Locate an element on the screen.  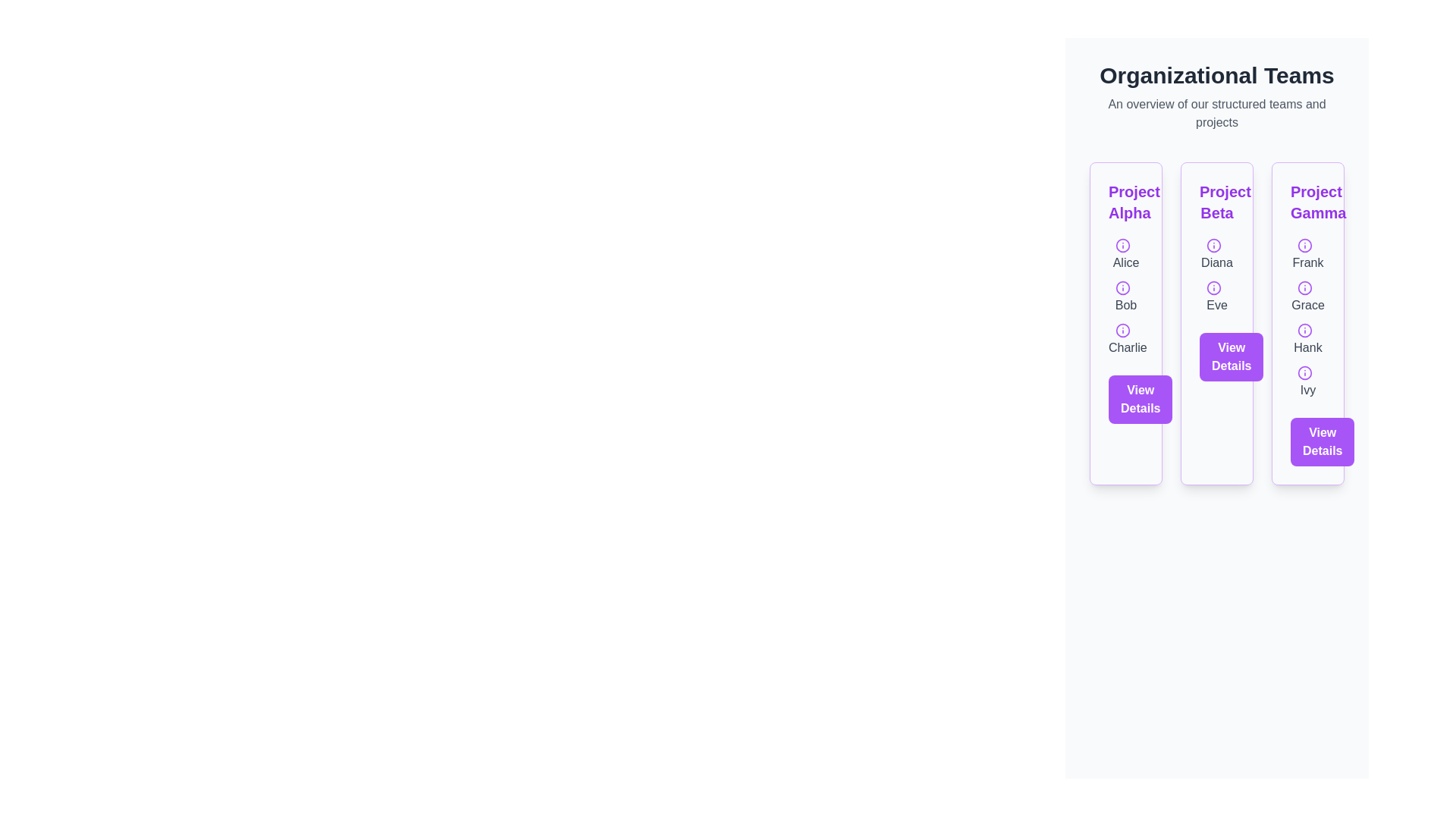
the names in the vertical list of the 'Project Gamma' section is located at coordinates (1307, 317).